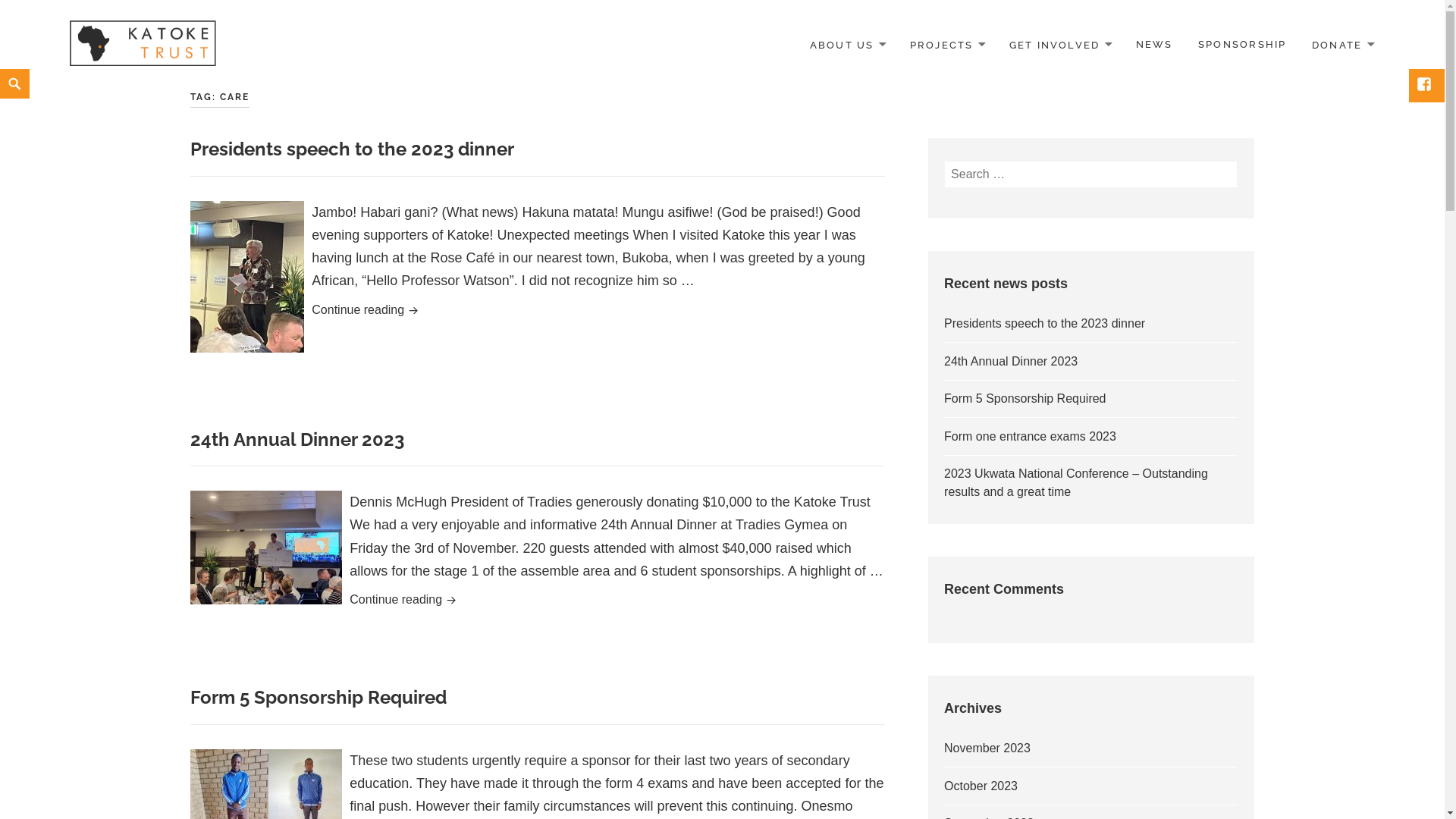 This screenshot has height=819, width=1456. I want to click on 'ABOUT US', so click(846, 44).